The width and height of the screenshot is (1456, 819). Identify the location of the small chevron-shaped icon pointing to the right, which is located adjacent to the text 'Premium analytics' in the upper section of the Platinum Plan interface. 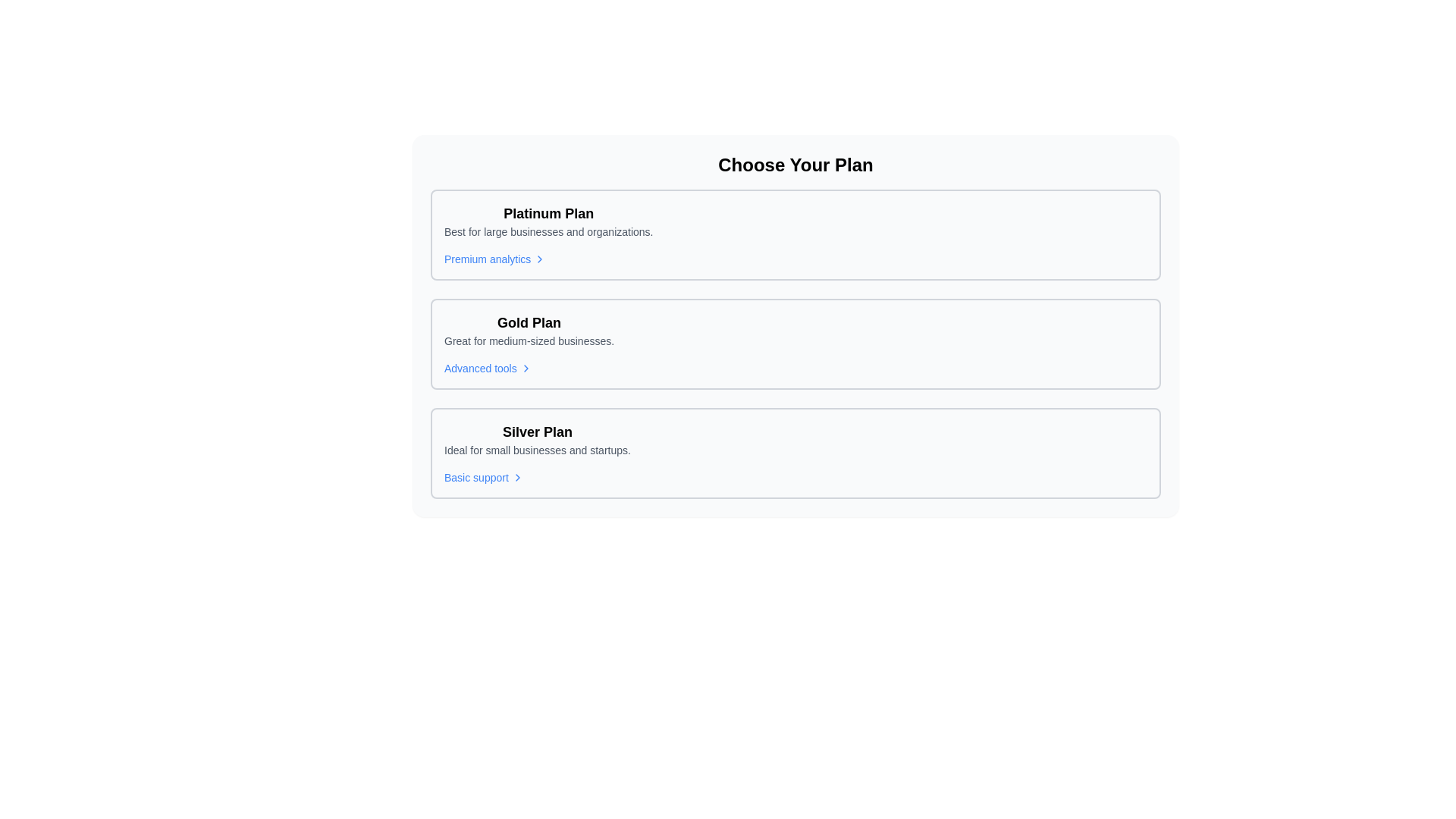
(540, 259).